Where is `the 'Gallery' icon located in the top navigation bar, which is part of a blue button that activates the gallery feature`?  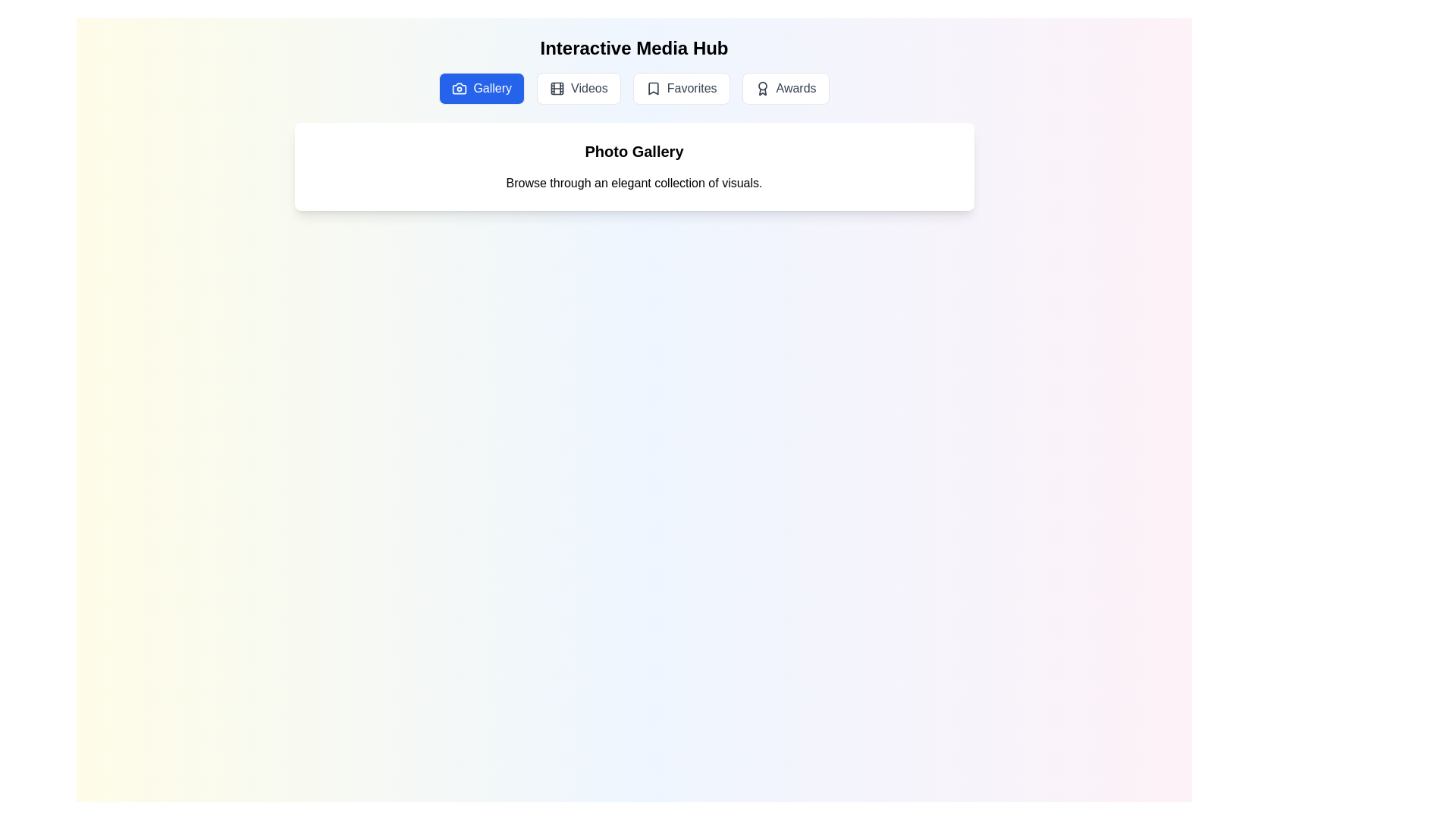
the 'Gallery' icon located in the top navigation bar, which is part of a blue button that activates the gallery feature is located at coordinates (459, 88).